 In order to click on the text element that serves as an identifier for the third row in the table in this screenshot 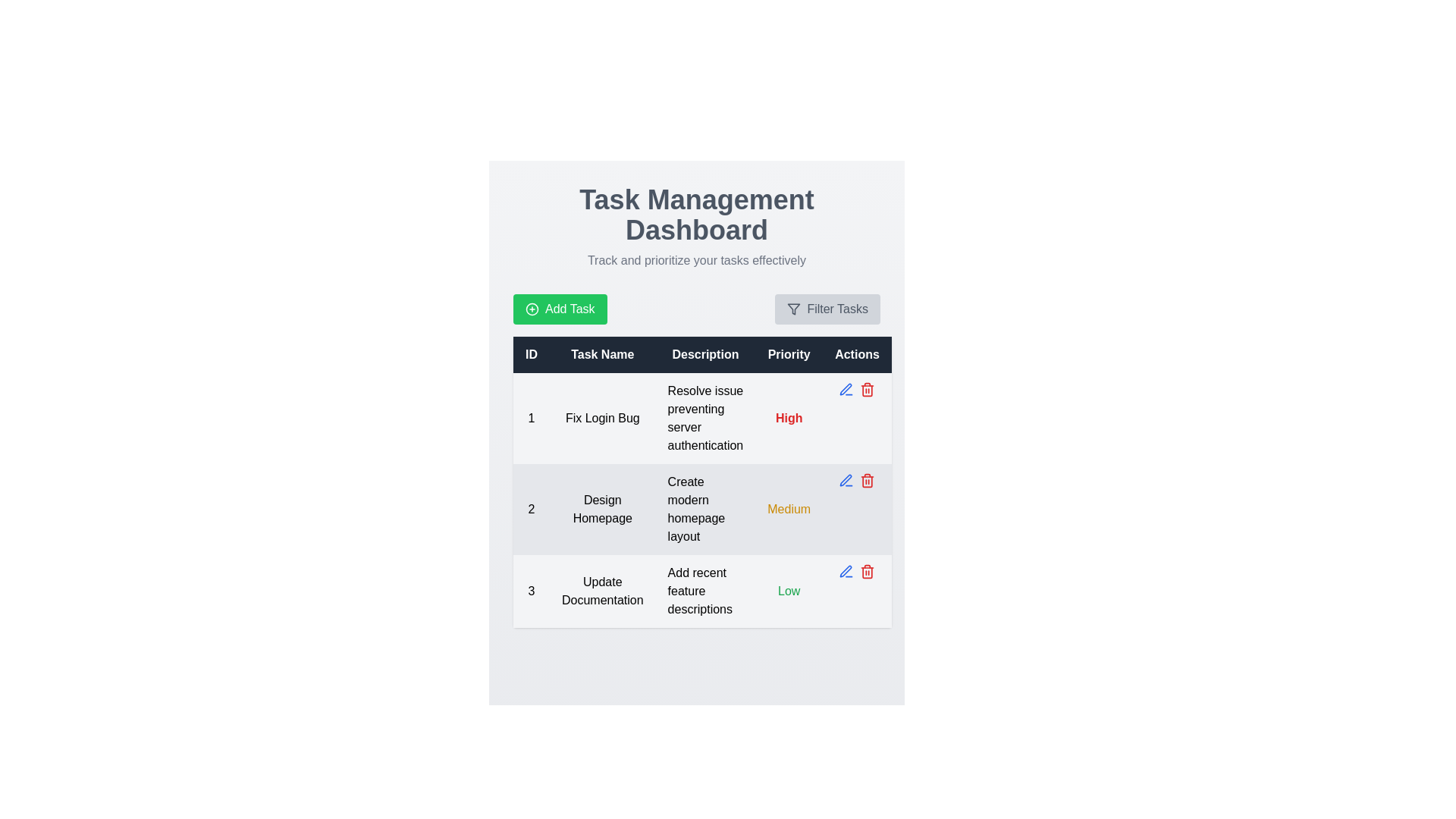, I will do `click(531, 590)`.